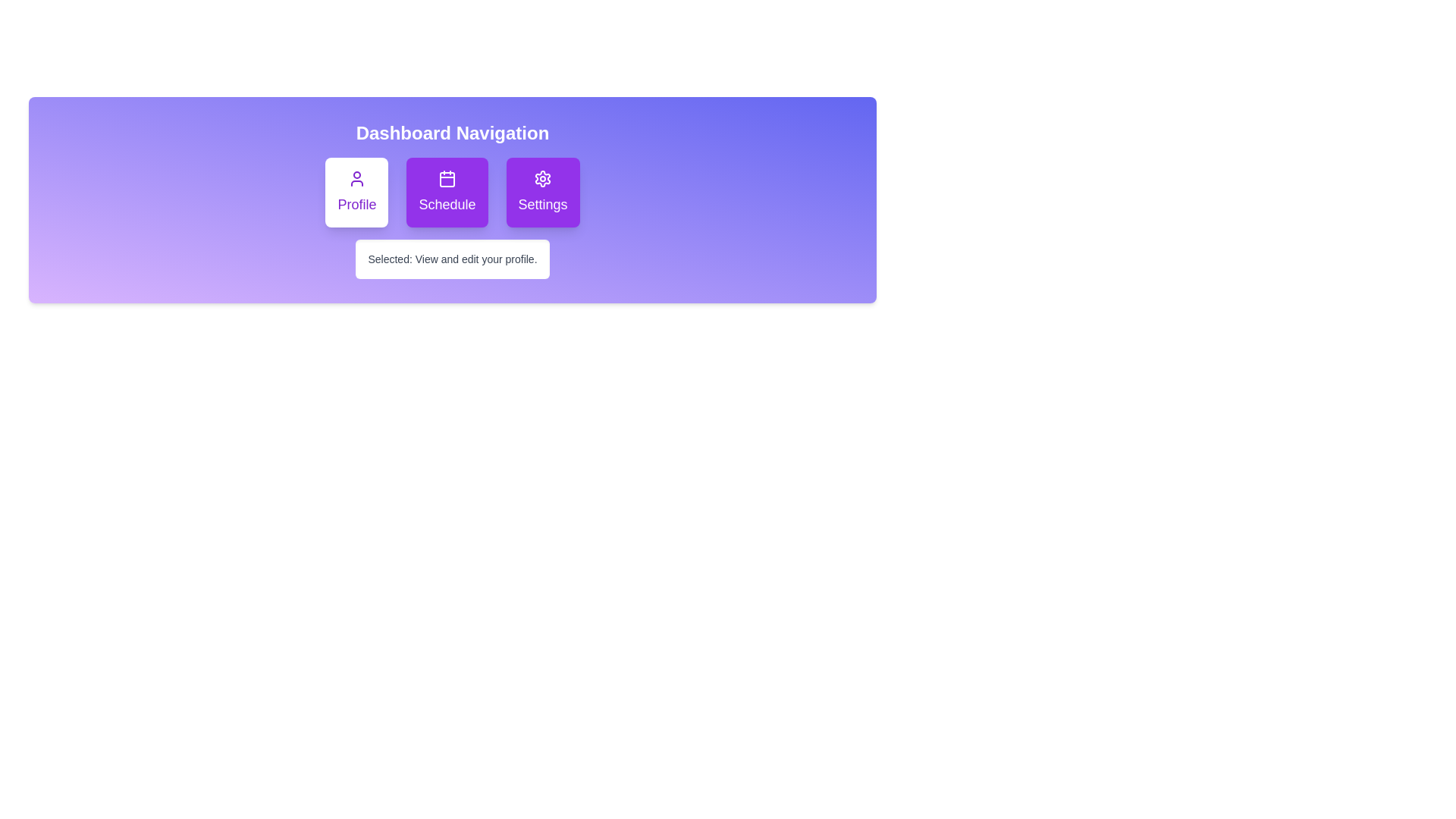  What do you see at coordinates (356, 205) in the screenshot?
I see `text label that indicates the purpose of the card linking to the user's profile section, located in the top left corner of the dashboard navigation bar` at bounding box center [356, 205].